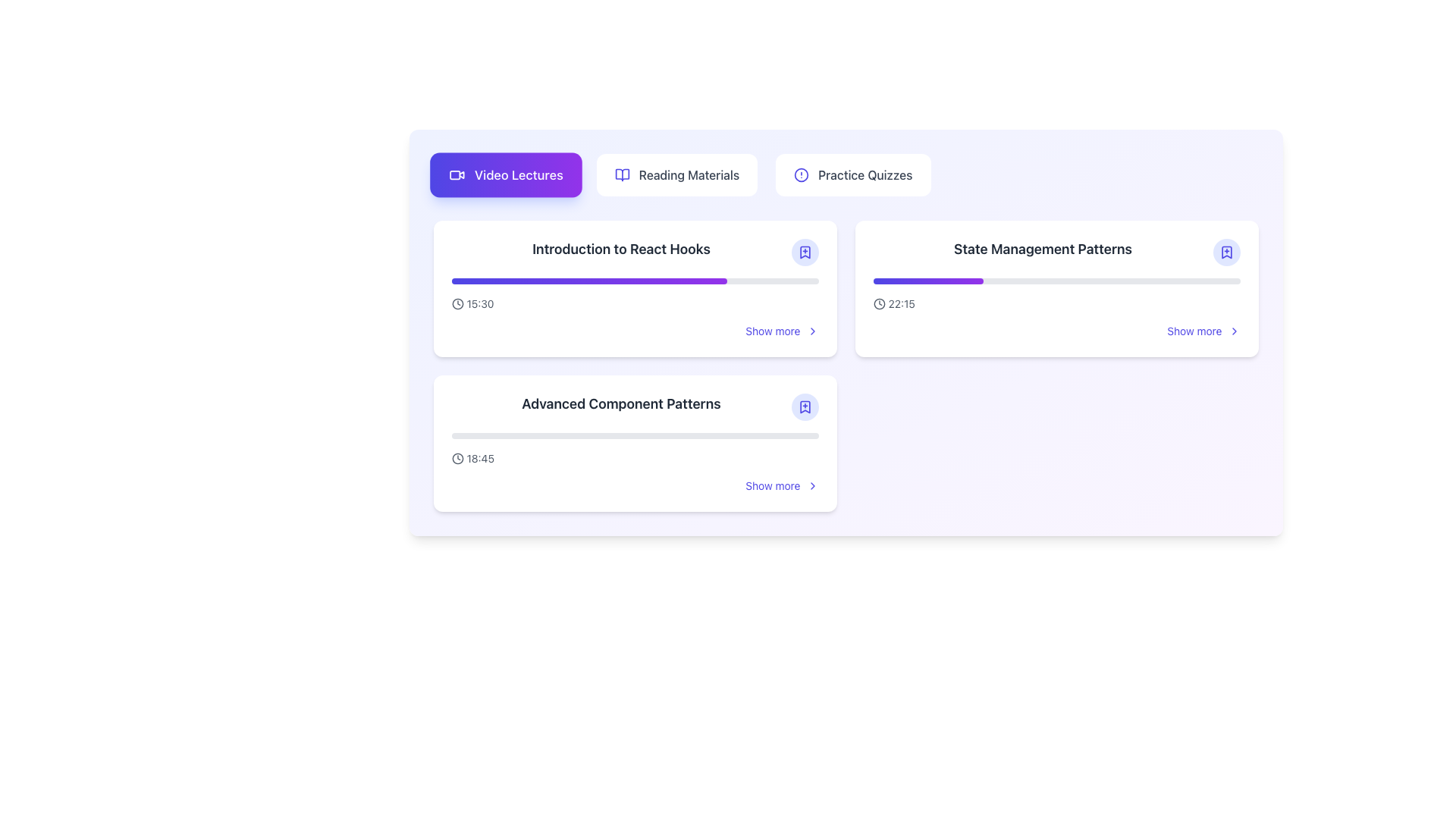  What do you see at coordinates (622, 174) in the screenshot?
I see `the 'Reading Materials' icon located in the center of the interface toolbar, which represents a section of study content or resources` at bounding box center [622, 174].